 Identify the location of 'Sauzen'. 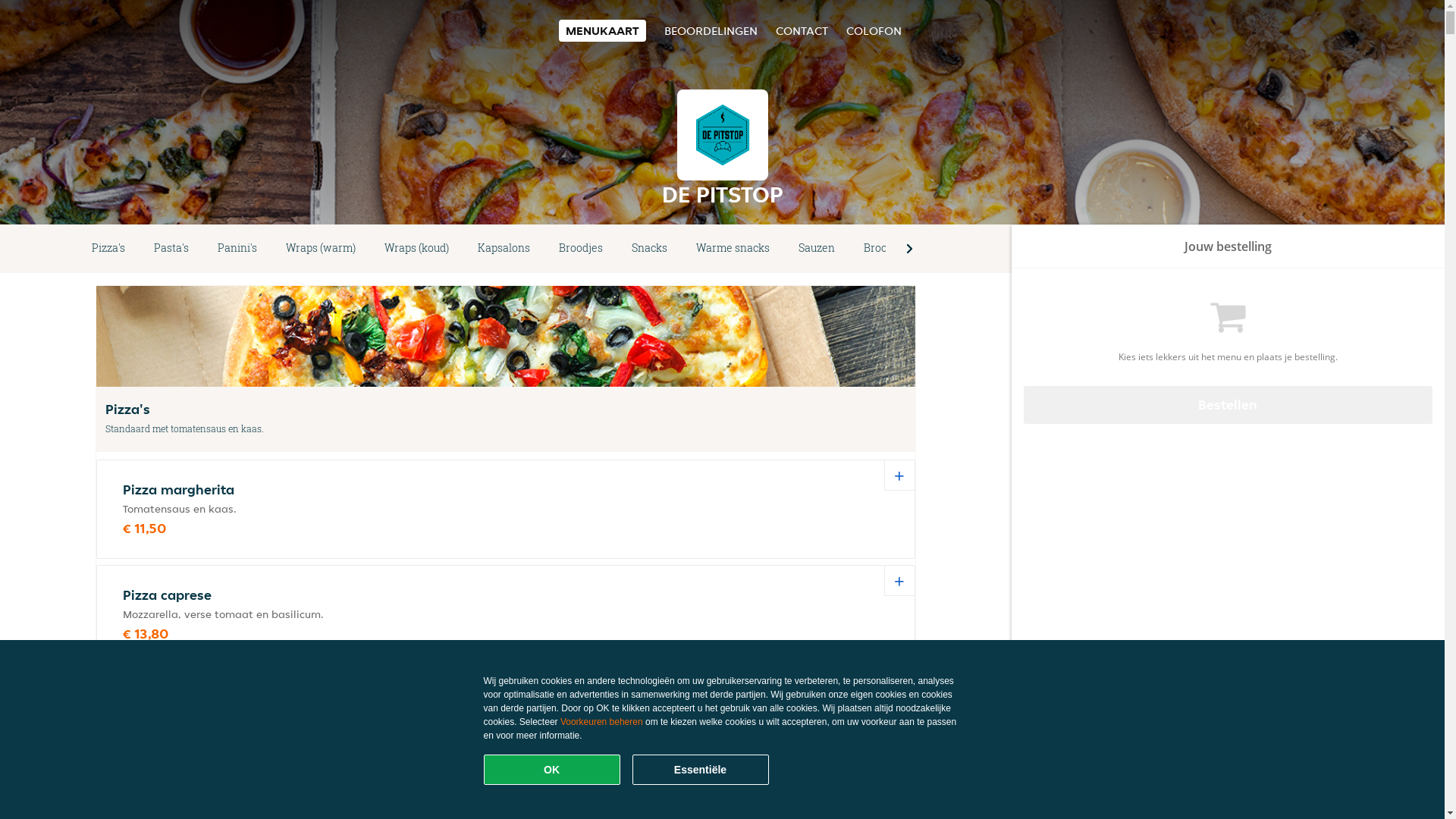
(815, 247).